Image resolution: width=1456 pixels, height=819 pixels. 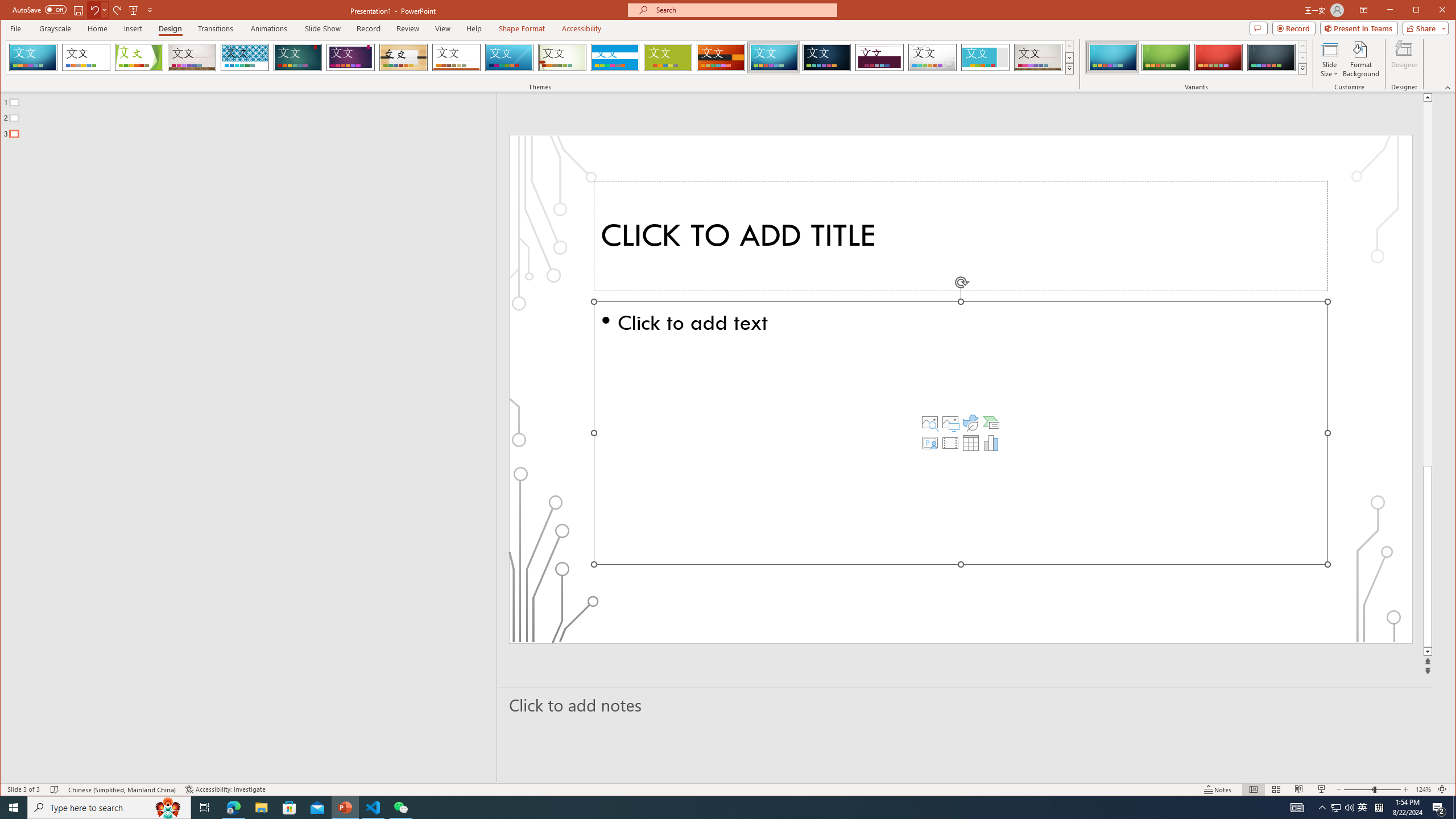 I want to click on 'Circuit Variant 2', so click(x=1165, y=57).